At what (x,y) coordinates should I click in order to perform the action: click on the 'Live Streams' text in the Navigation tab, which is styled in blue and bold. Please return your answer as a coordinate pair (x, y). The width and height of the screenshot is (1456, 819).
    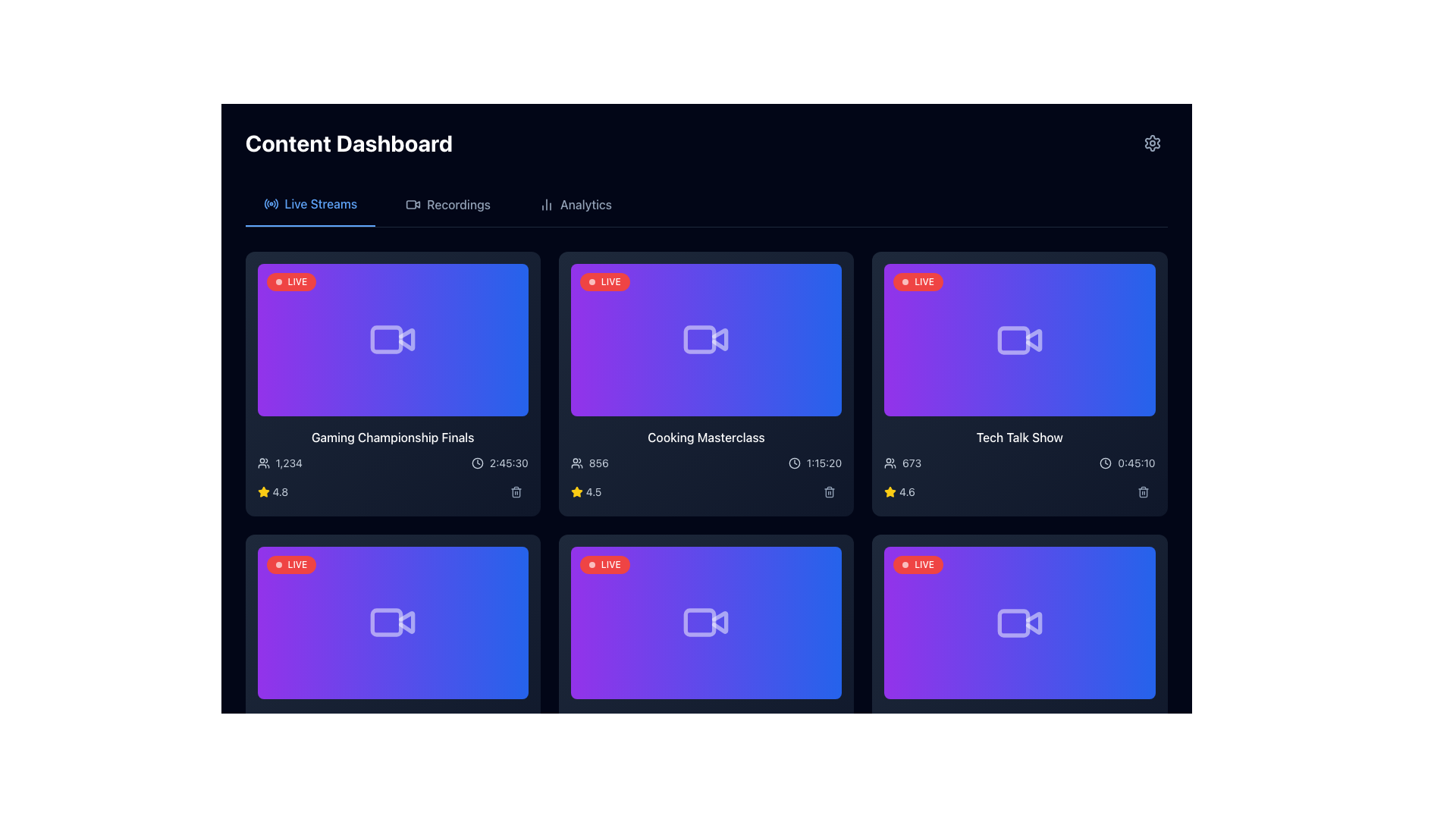
    Looking at the image, I should click on (309, 205).